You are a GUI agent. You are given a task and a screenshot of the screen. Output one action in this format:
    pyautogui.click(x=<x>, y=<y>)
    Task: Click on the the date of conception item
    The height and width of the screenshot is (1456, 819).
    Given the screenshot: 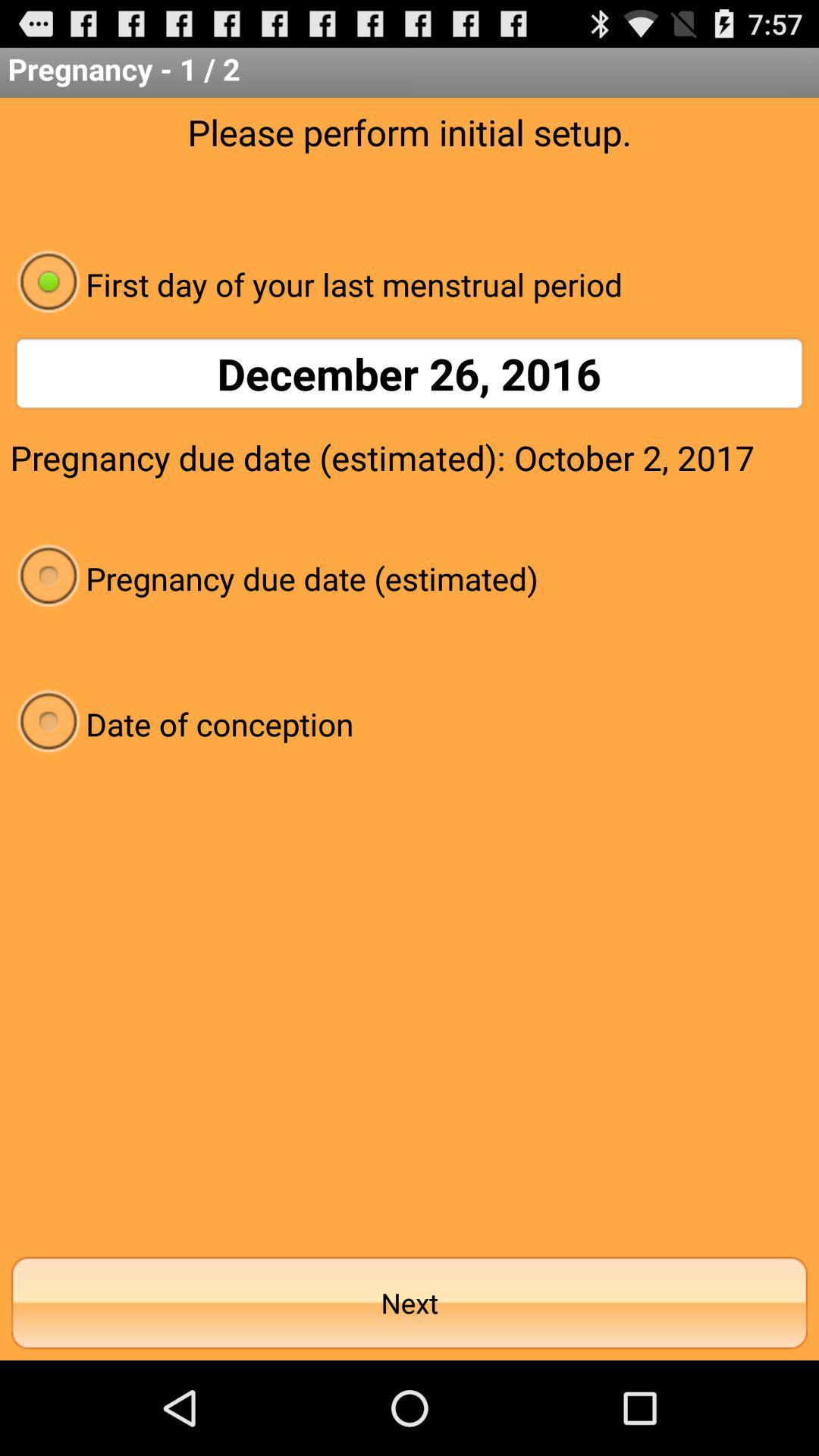 What is the action you would take?
    pyautogui.click(x=409, y=723)
    